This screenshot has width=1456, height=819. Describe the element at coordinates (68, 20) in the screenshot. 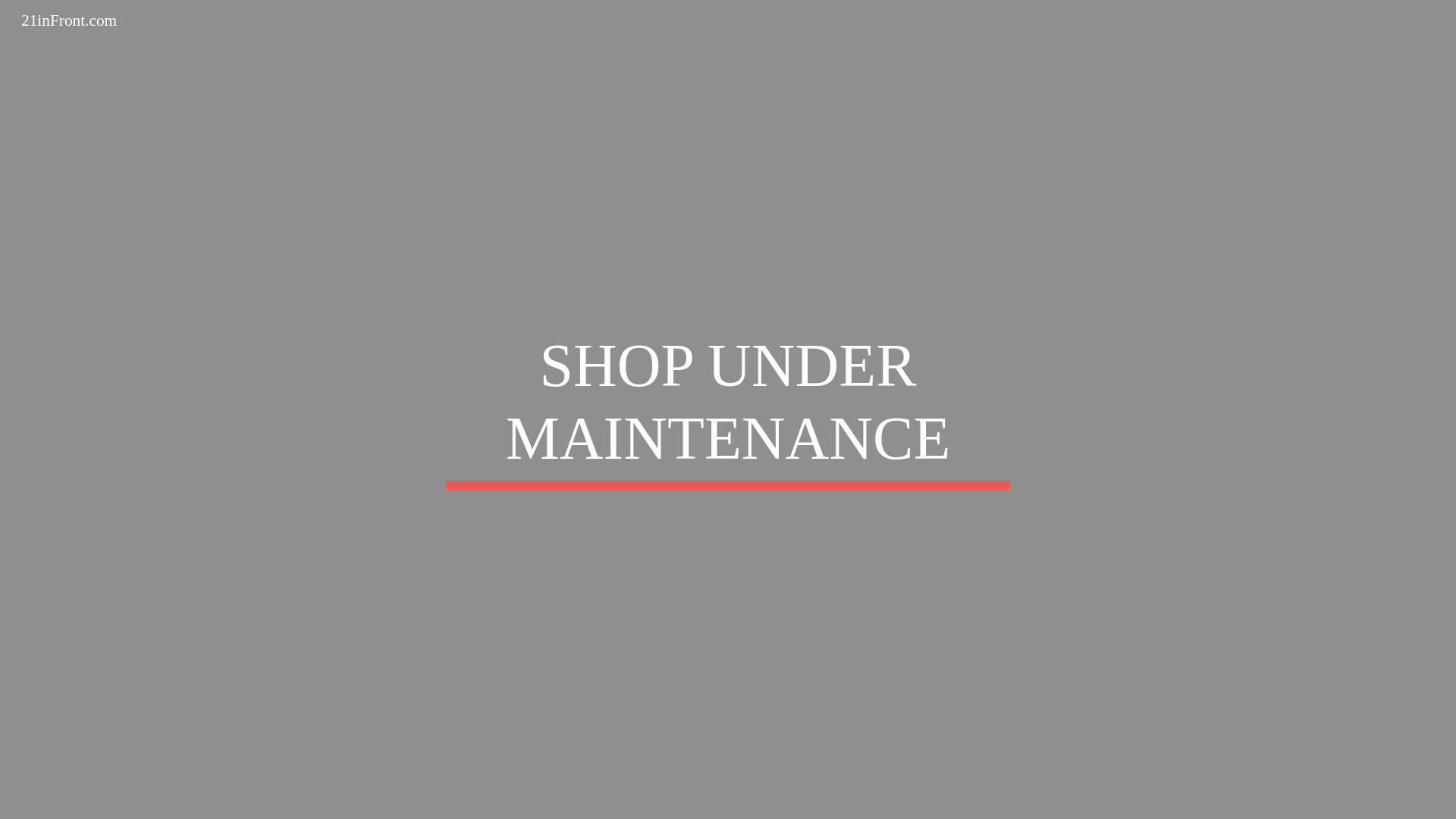

I see `'21inFront.com'` at that location.